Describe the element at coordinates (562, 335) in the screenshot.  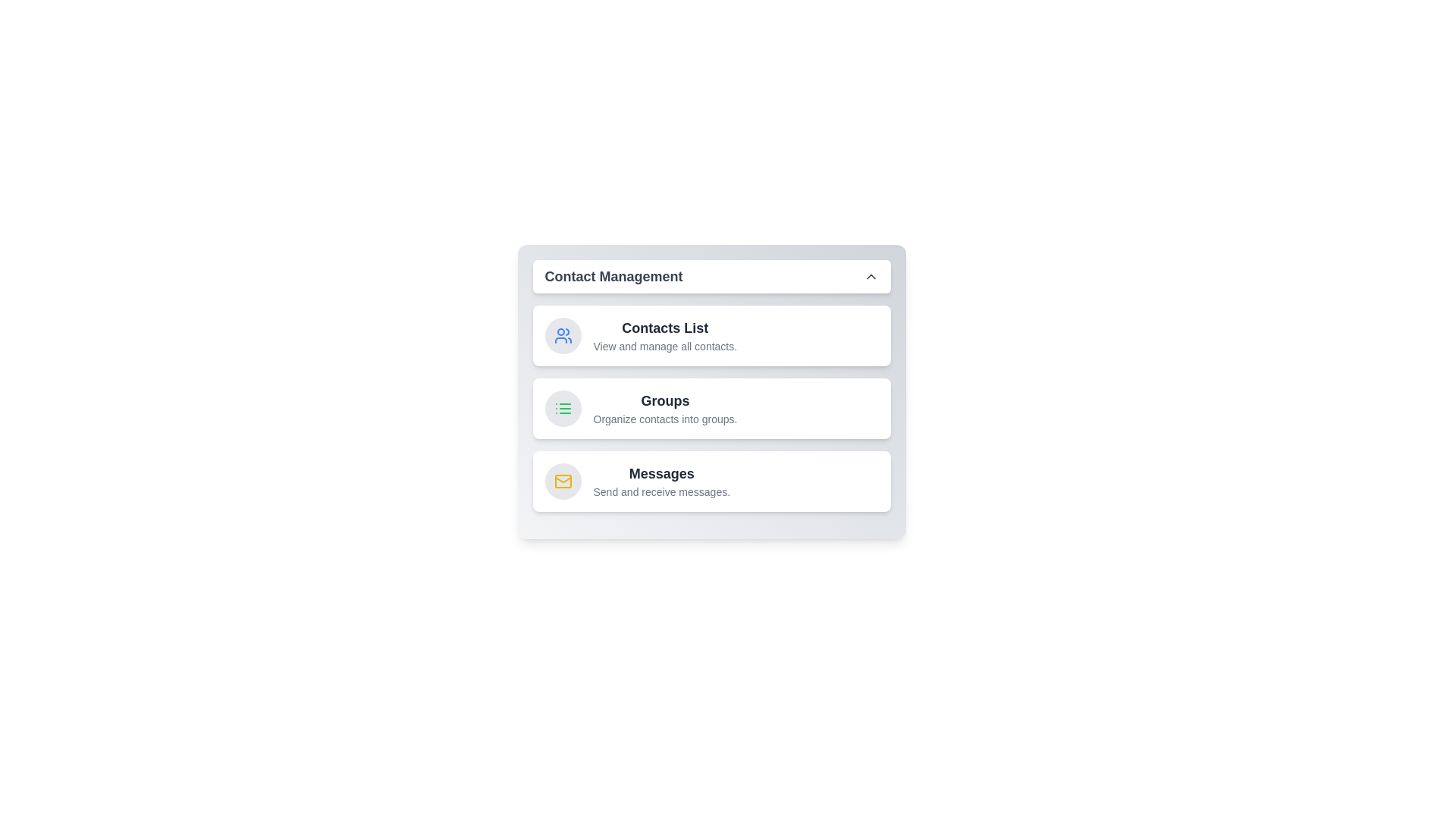
I see `the icon of the menu item Contacts List to interact with it` at that location.